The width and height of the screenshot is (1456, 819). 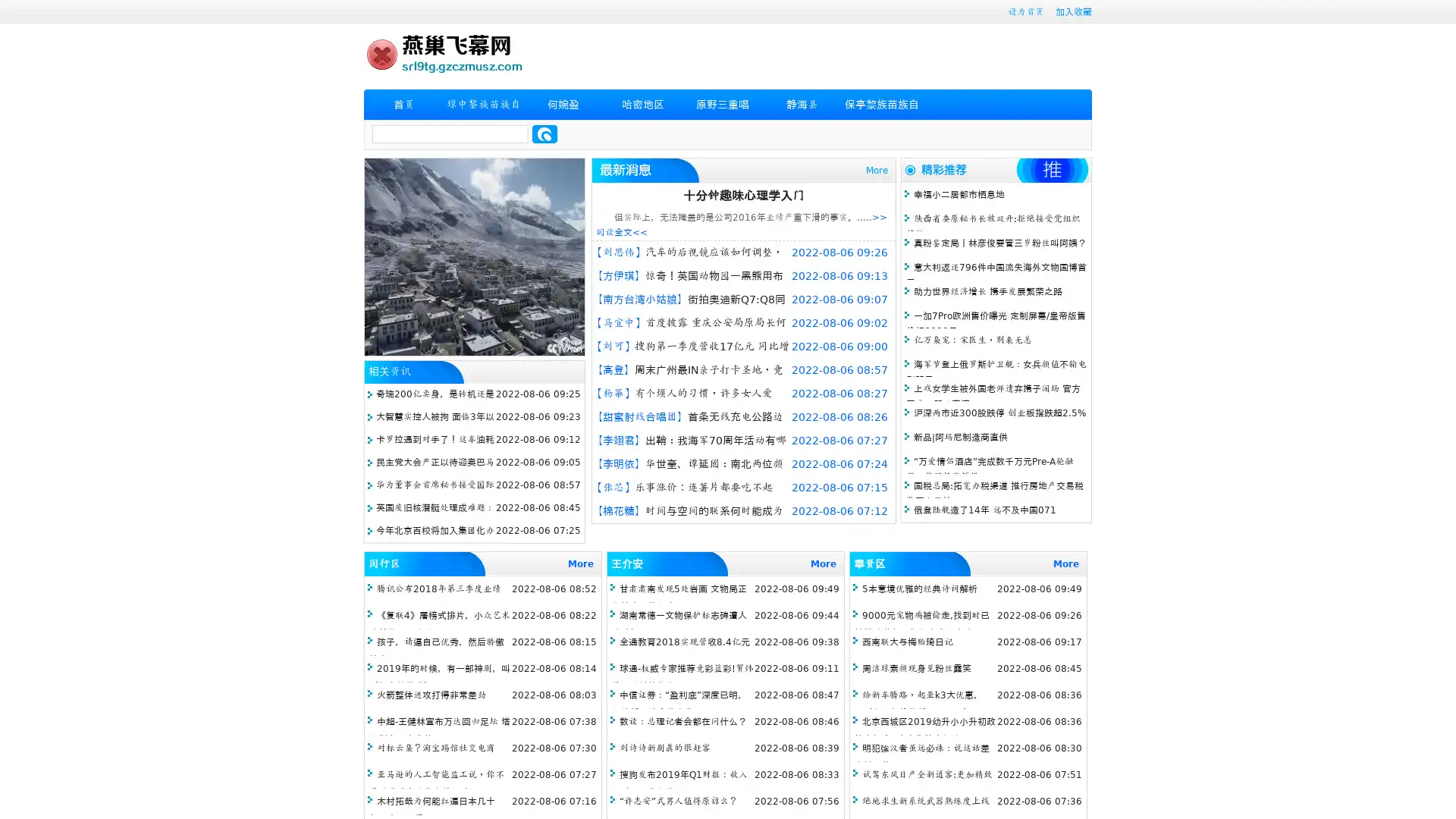 I want to click on Search, so click(x=544, y=133).